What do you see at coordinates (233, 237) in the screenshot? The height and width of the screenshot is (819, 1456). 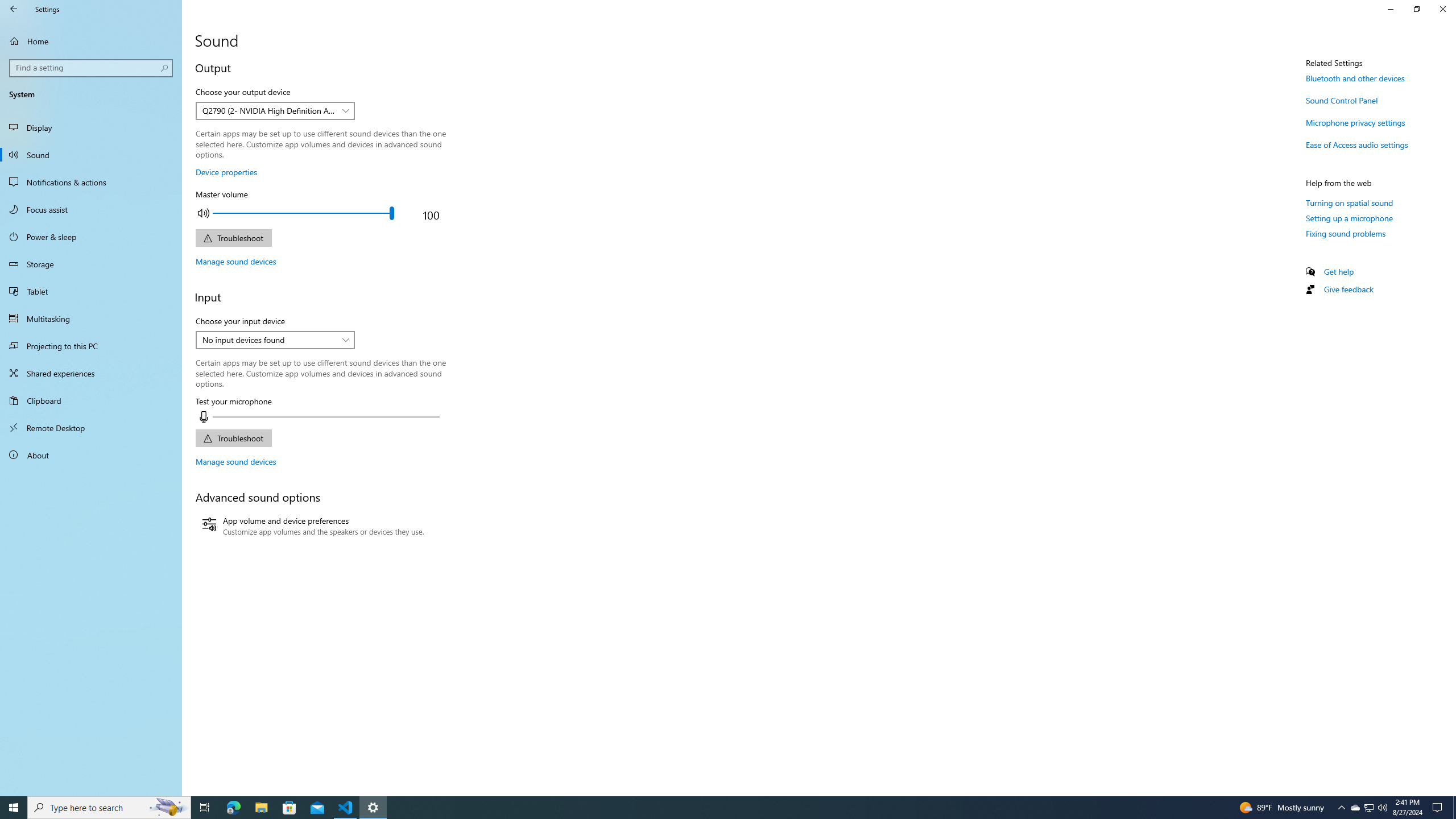 I see `'Output device troubleshoot'` at bounding box center [233, 237].